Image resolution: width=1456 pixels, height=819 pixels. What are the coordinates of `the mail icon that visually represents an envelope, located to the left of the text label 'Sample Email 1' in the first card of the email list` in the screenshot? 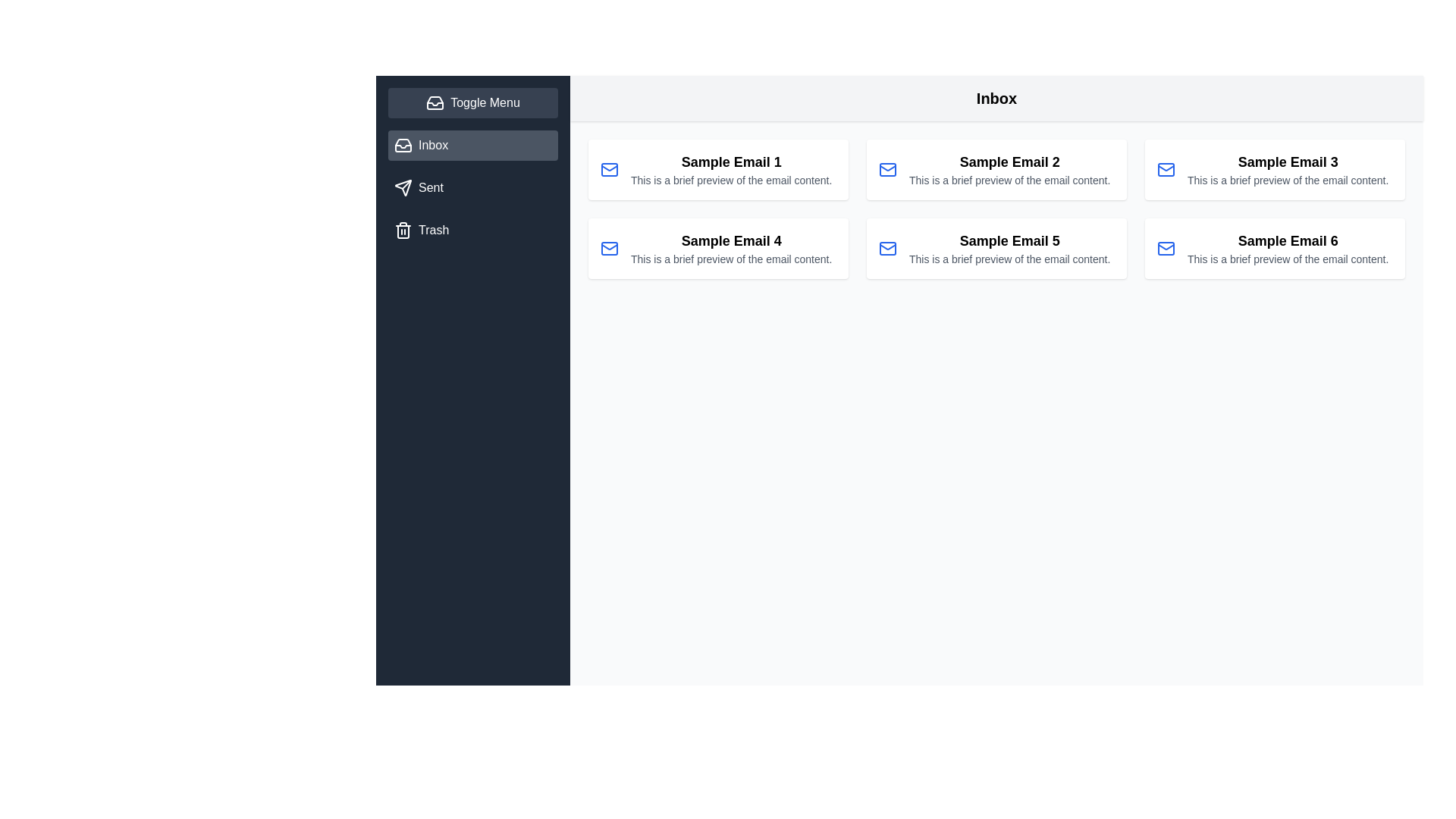 It's located at (610, 169).